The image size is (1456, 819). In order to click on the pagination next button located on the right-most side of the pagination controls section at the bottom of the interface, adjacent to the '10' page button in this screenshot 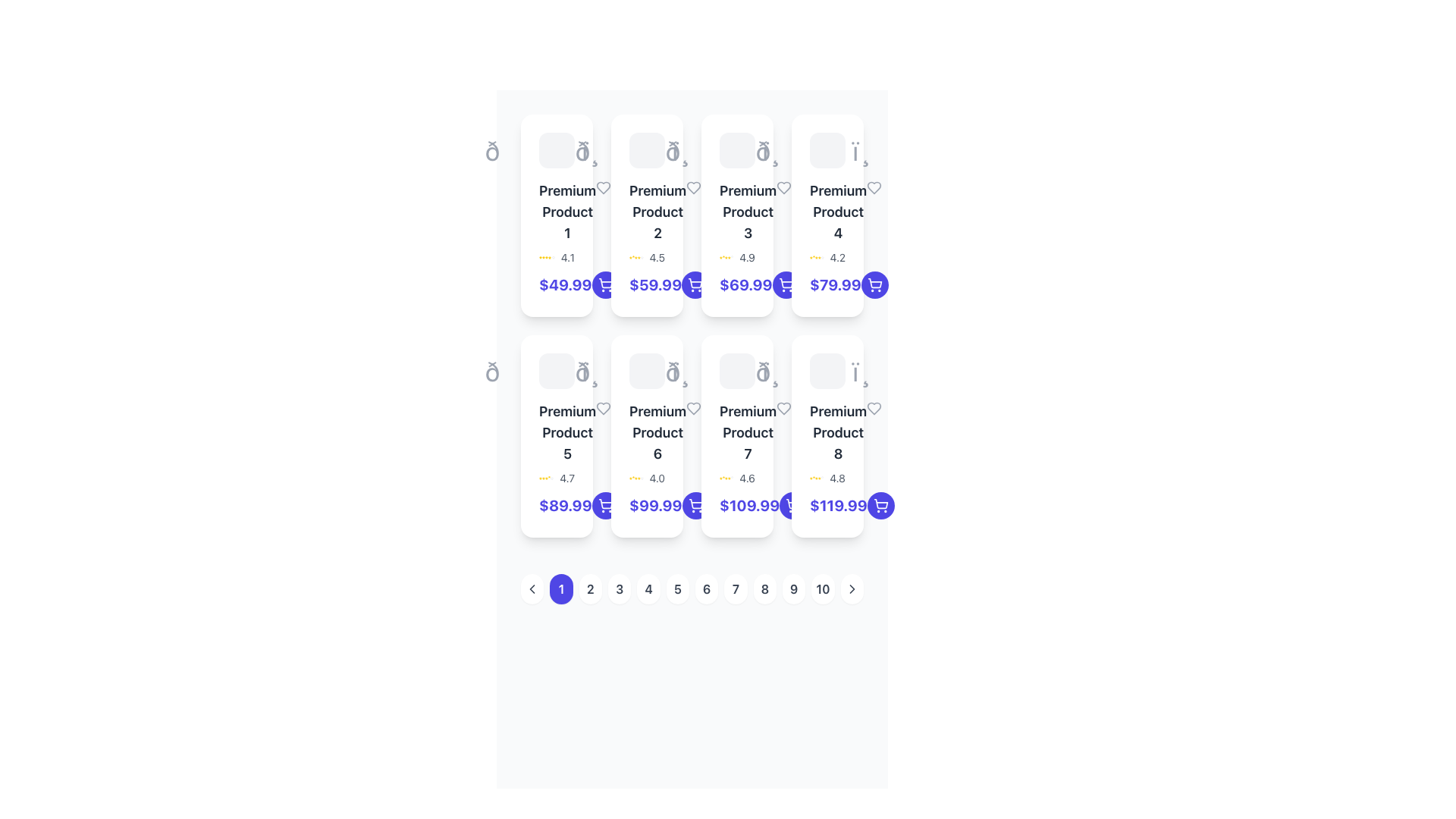, I will do `click(852, 588)`.